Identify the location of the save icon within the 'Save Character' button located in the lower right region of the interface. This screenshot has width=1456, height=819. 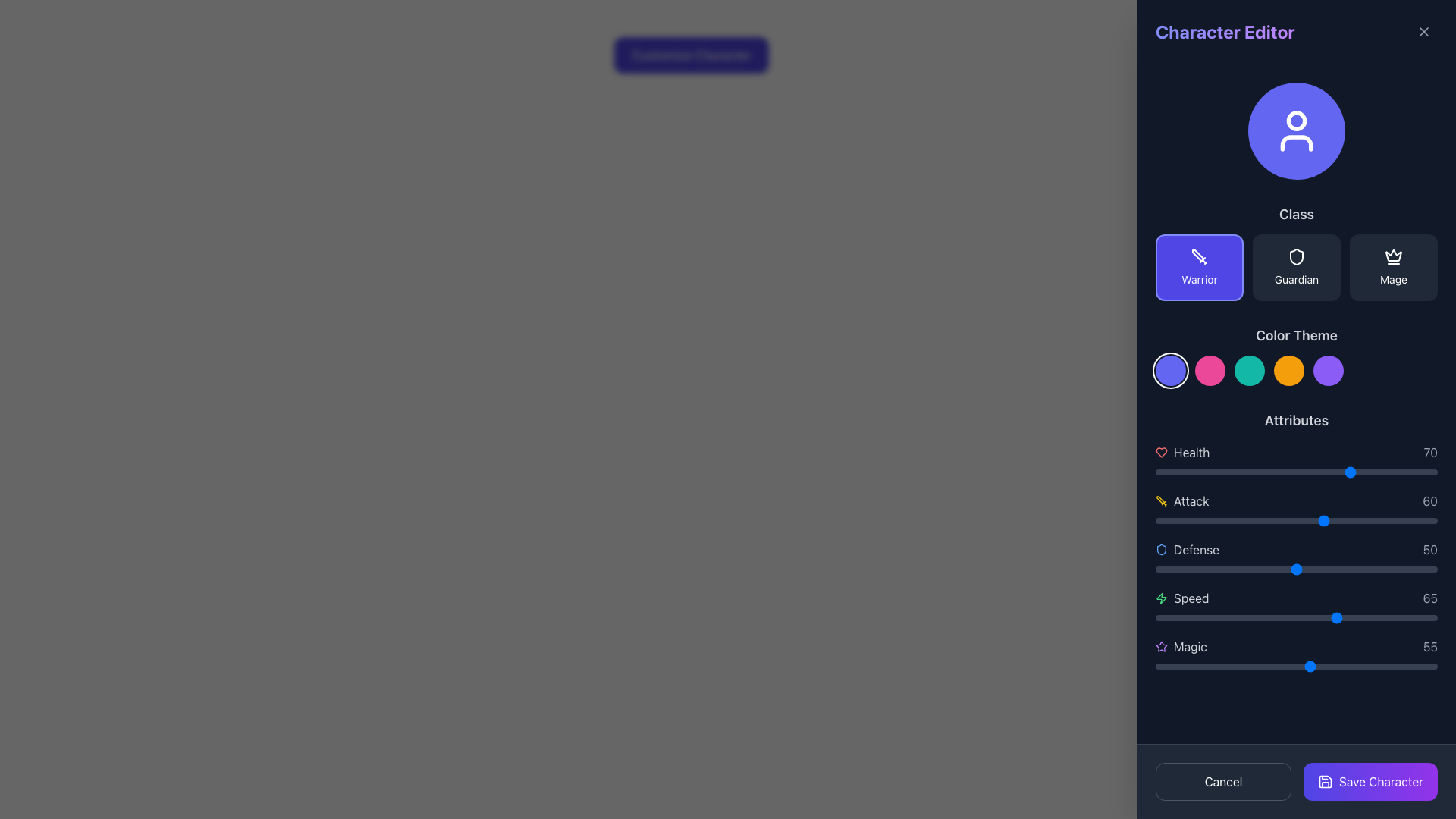
(1324, 781).